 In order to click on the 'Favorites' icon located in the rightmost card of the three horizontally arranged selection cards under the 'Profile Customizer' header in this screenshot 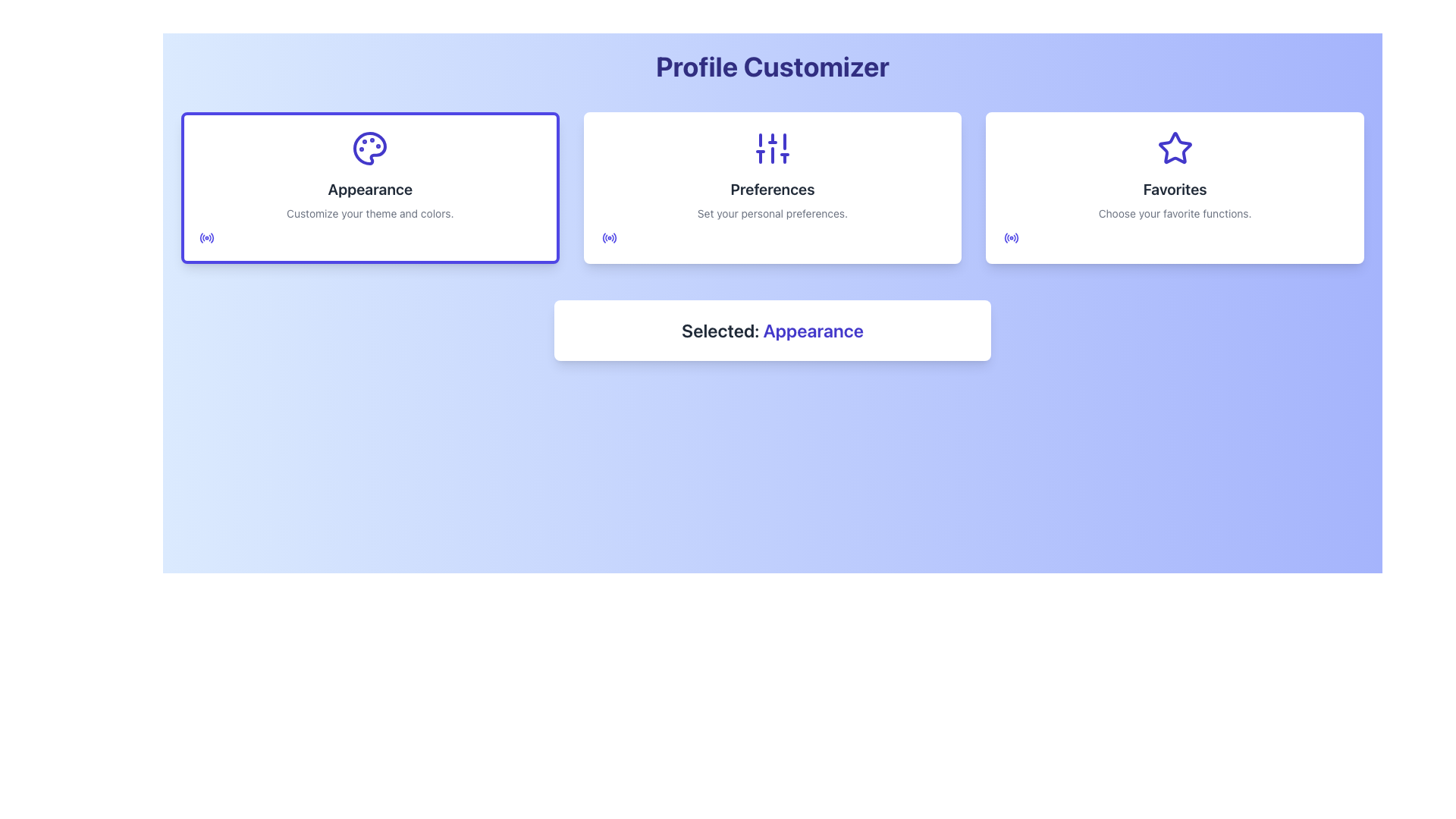, I will do `click(1174, 148)`.